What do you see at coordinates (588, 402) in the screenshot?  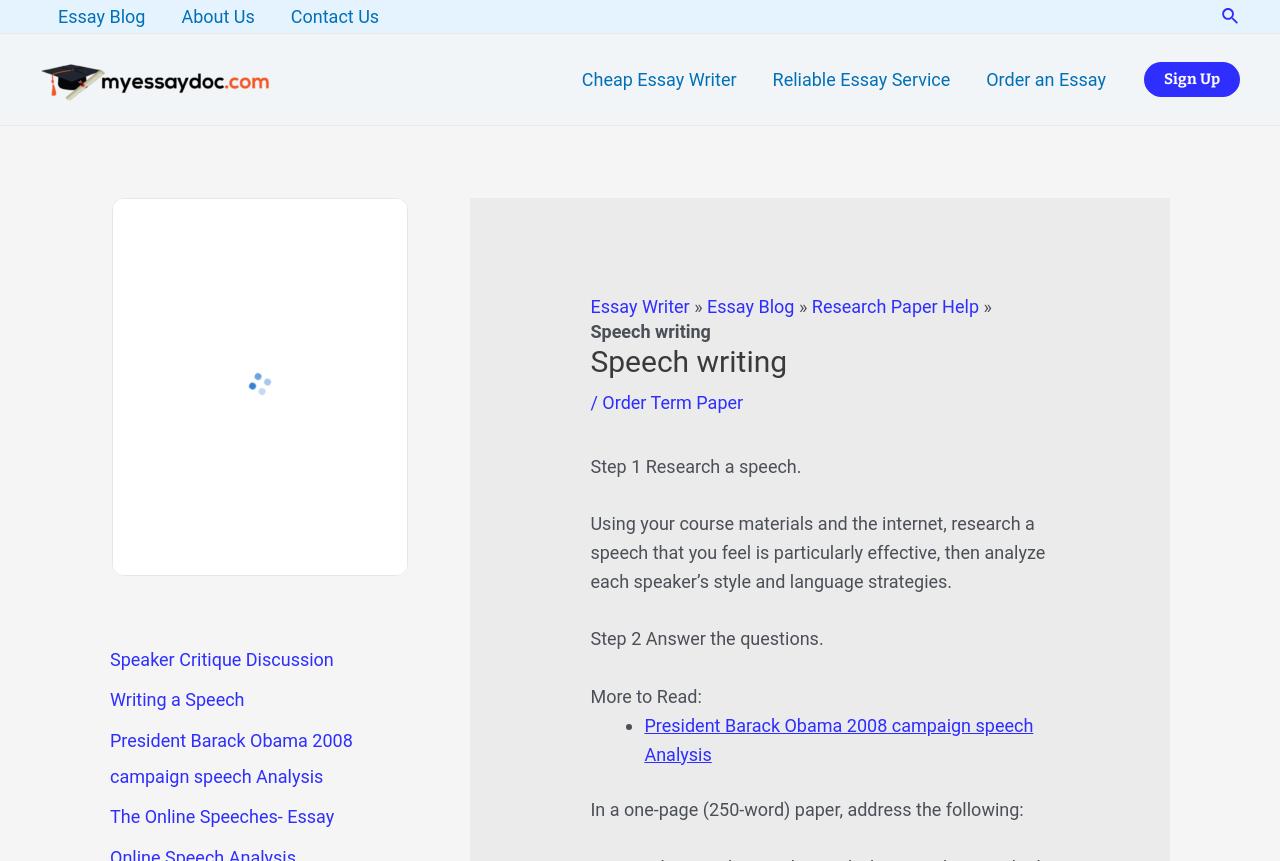 I see `'/'` at bounding box center [588, 402].